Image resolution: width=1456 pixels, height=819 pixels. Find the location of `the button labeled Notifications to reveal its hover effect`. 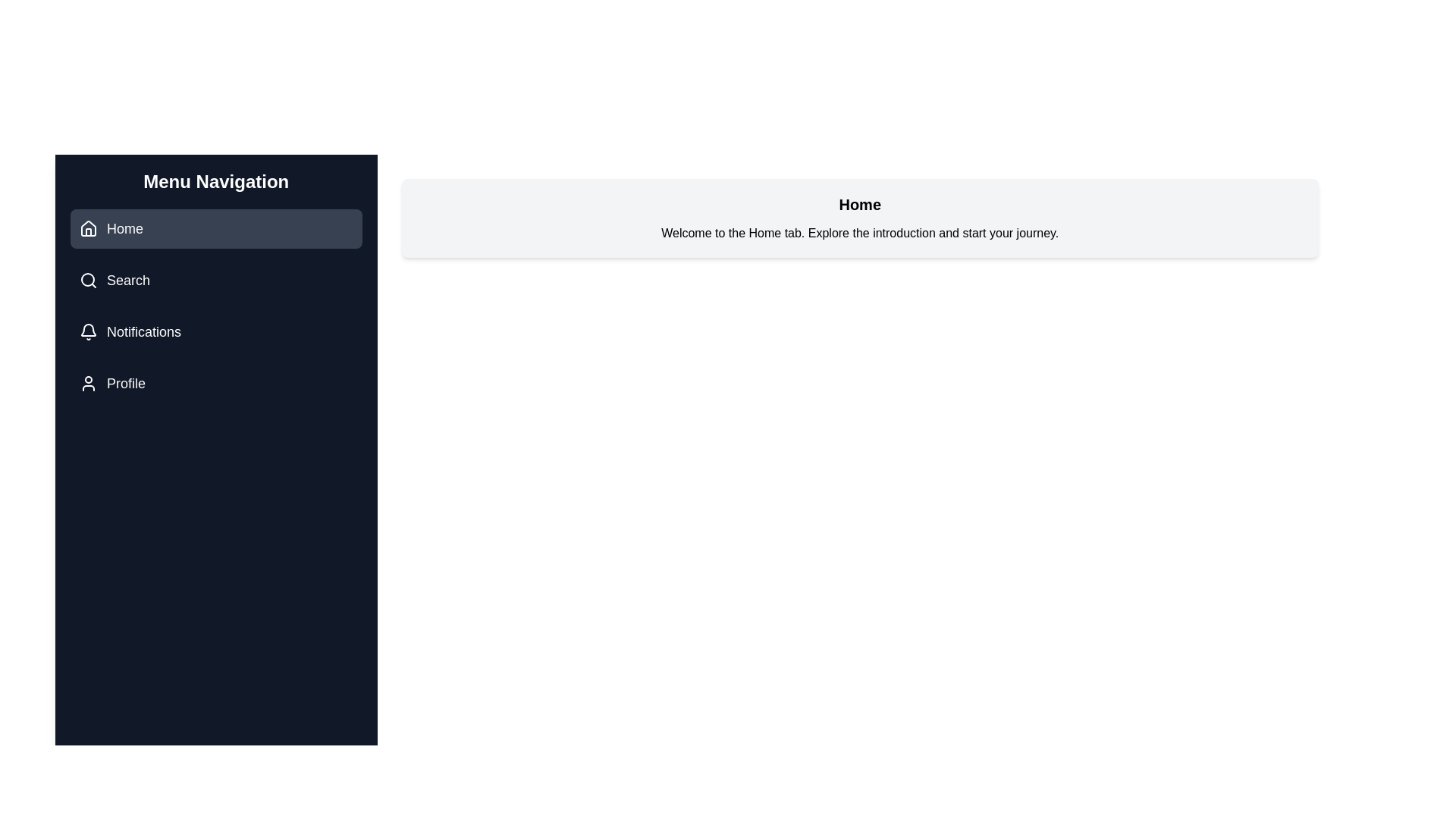

the button labeled Notifications to reveal its hover effect is located at coordinates (215, 331).